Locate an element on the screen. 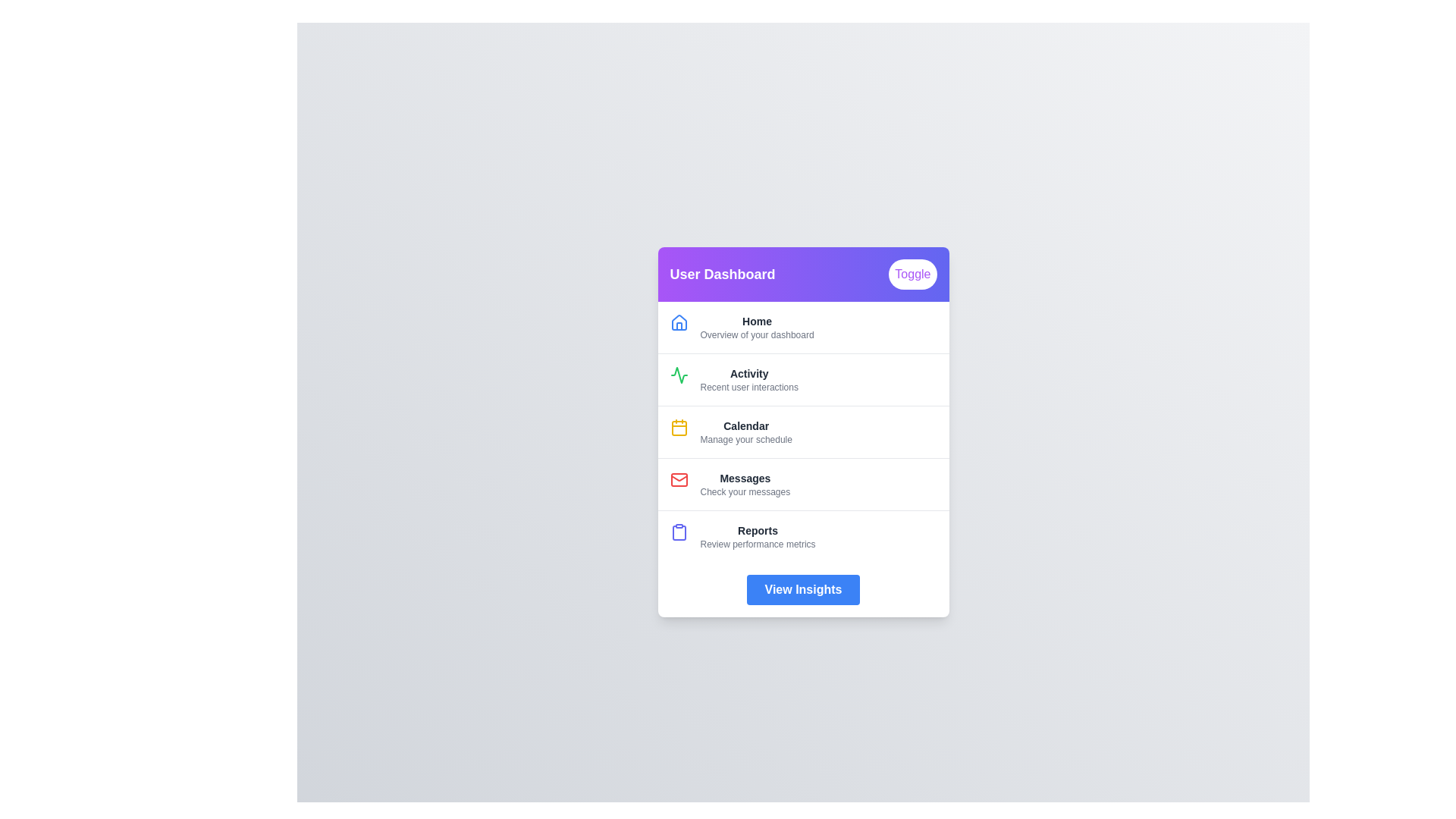 Image resolution: width=1456 pixels, height=819 pixels. the menu item corresponding to Messages is located at coordinates (745, 485).